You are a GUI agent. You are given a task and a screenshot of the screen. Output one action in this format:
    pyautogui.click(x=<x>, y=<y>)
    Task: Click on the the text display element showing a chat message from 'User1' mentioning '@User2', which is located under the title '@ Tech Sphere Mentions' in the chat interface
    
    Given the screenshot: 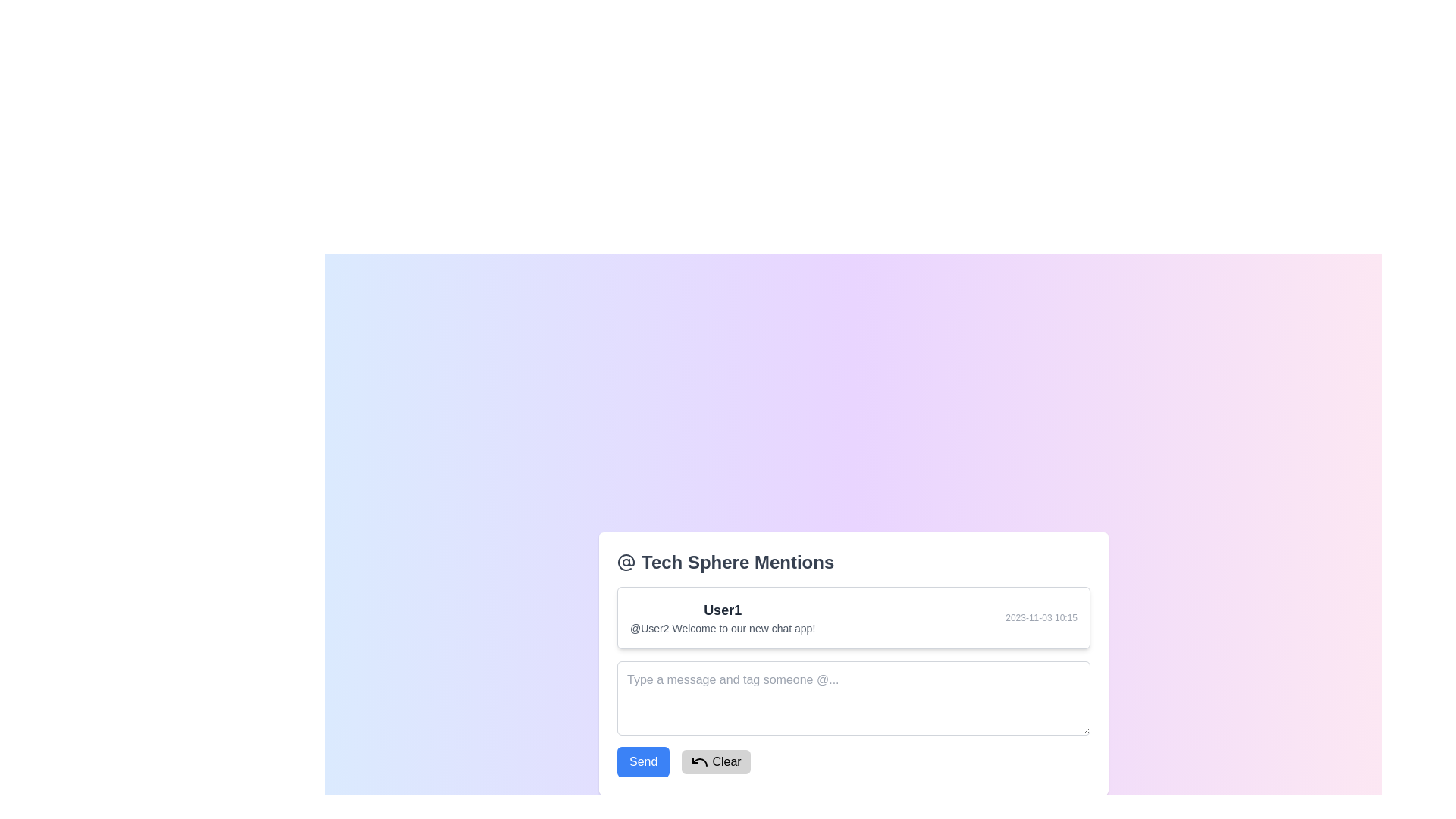 What is the action you would take?
    pyautogui.click(x=722, y=617)
    